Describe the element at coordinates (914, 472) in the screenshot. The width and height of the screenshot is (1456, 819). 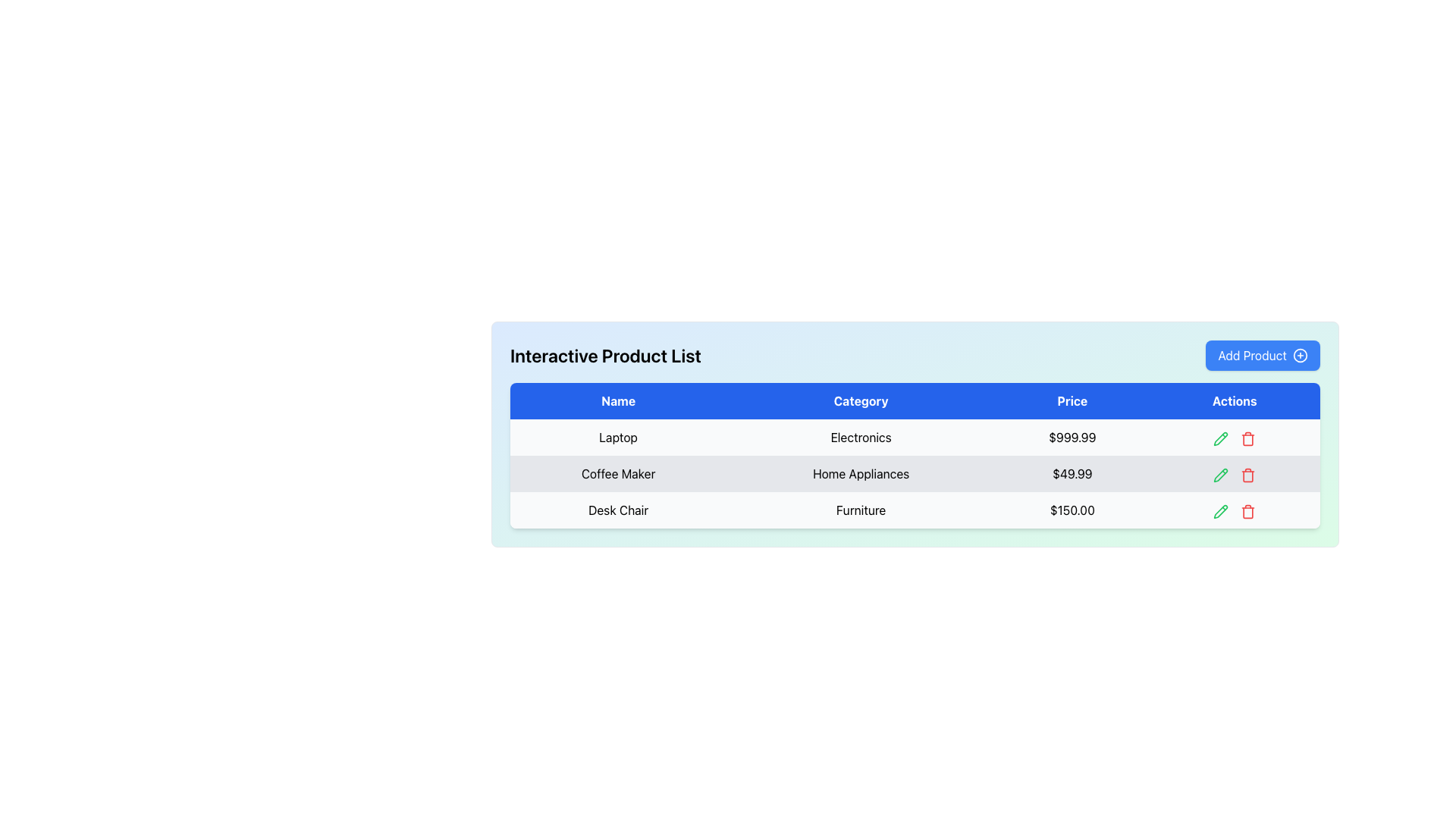
I see `the product entry tabular row located between 'Laptop' and 'Desk Chair'` at that location.